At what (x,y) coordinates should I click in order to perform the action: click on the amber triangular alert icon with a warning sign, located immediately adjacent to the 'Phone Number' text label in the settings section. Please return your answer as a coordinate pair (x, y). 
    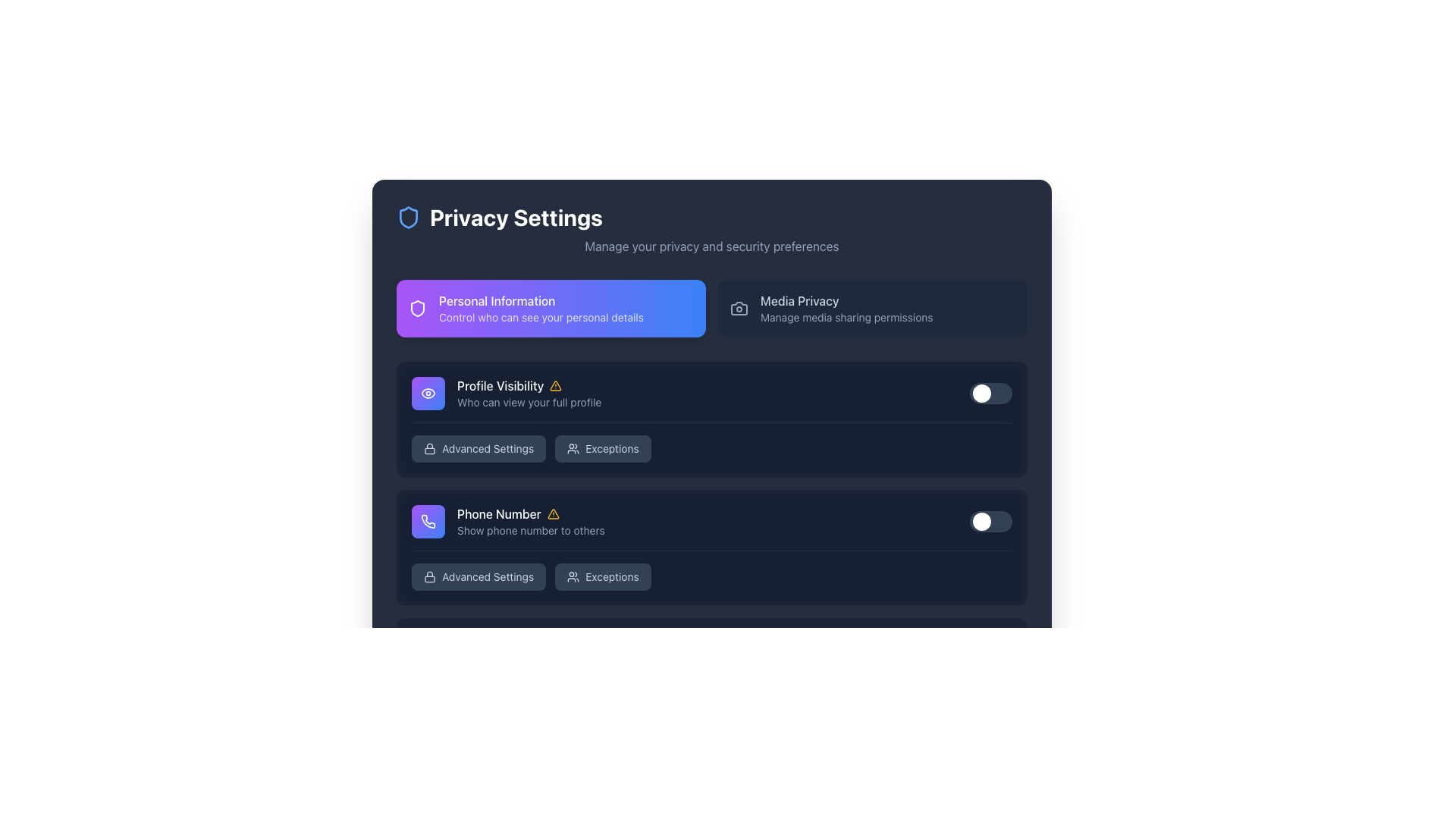
    Looking at the image, I should click on (552, 513).